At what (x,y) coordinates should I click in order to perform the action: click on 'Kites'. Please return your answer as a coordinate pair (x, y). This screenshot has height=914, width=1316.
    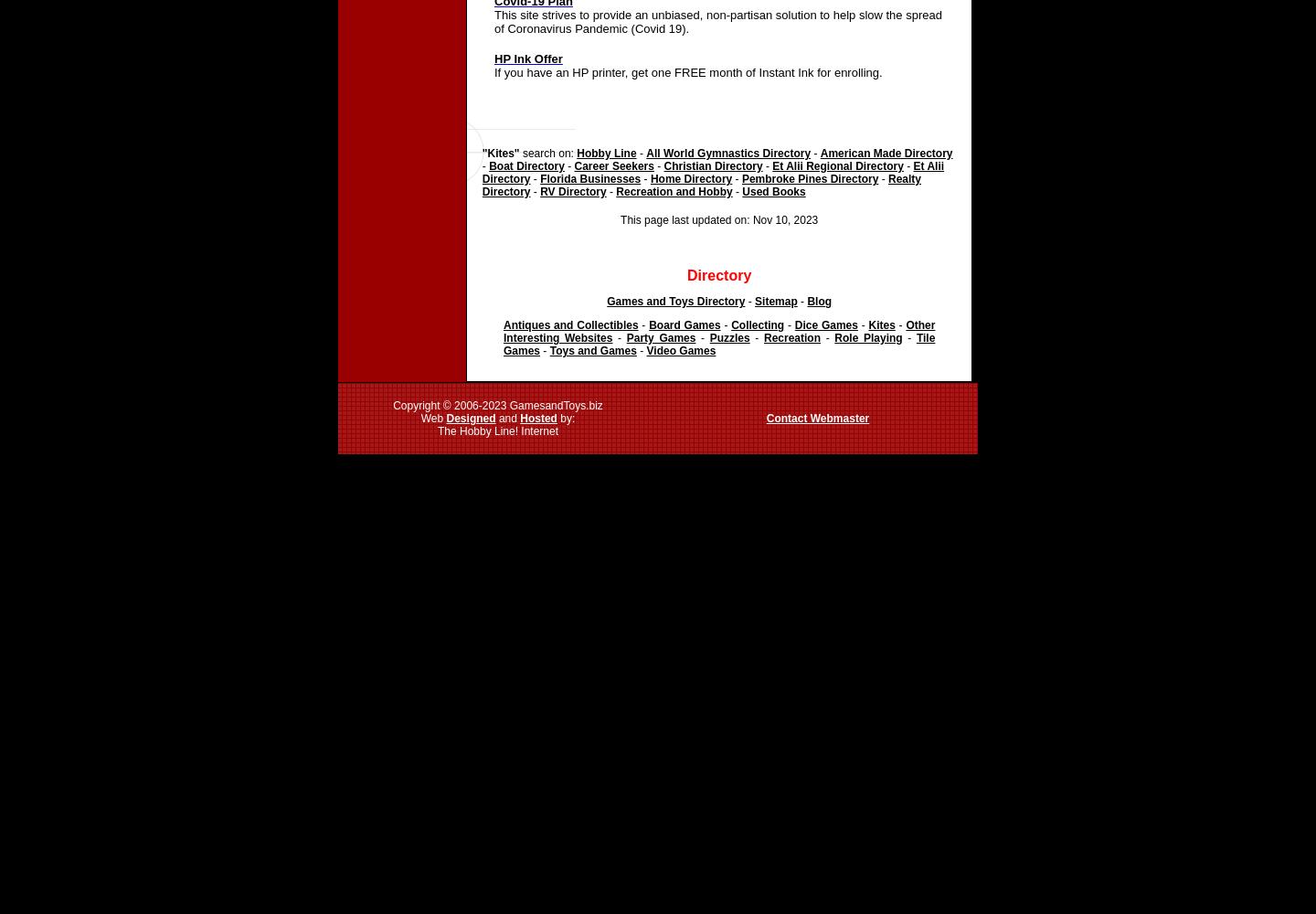
    Looking at the image, I should click on (880, 324).